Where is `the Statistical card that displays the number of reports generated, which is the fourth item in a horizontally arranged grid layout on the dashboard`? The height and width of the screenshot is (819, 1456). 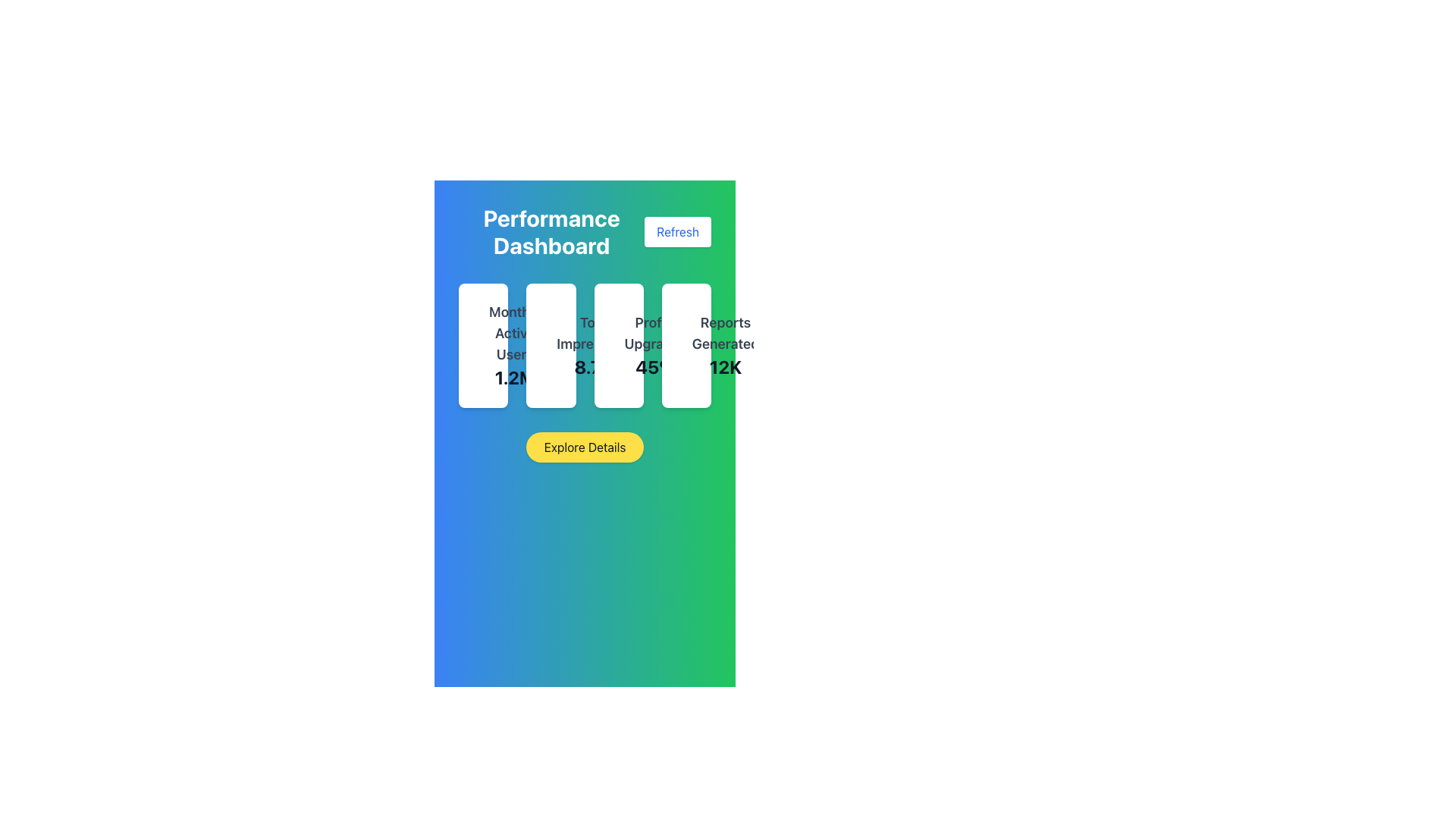 the Statistical card that displays the number of reports generated, which is the fourth item in a horizontally arranged grid layout on the dashboard is located at coordinates (686, 345).